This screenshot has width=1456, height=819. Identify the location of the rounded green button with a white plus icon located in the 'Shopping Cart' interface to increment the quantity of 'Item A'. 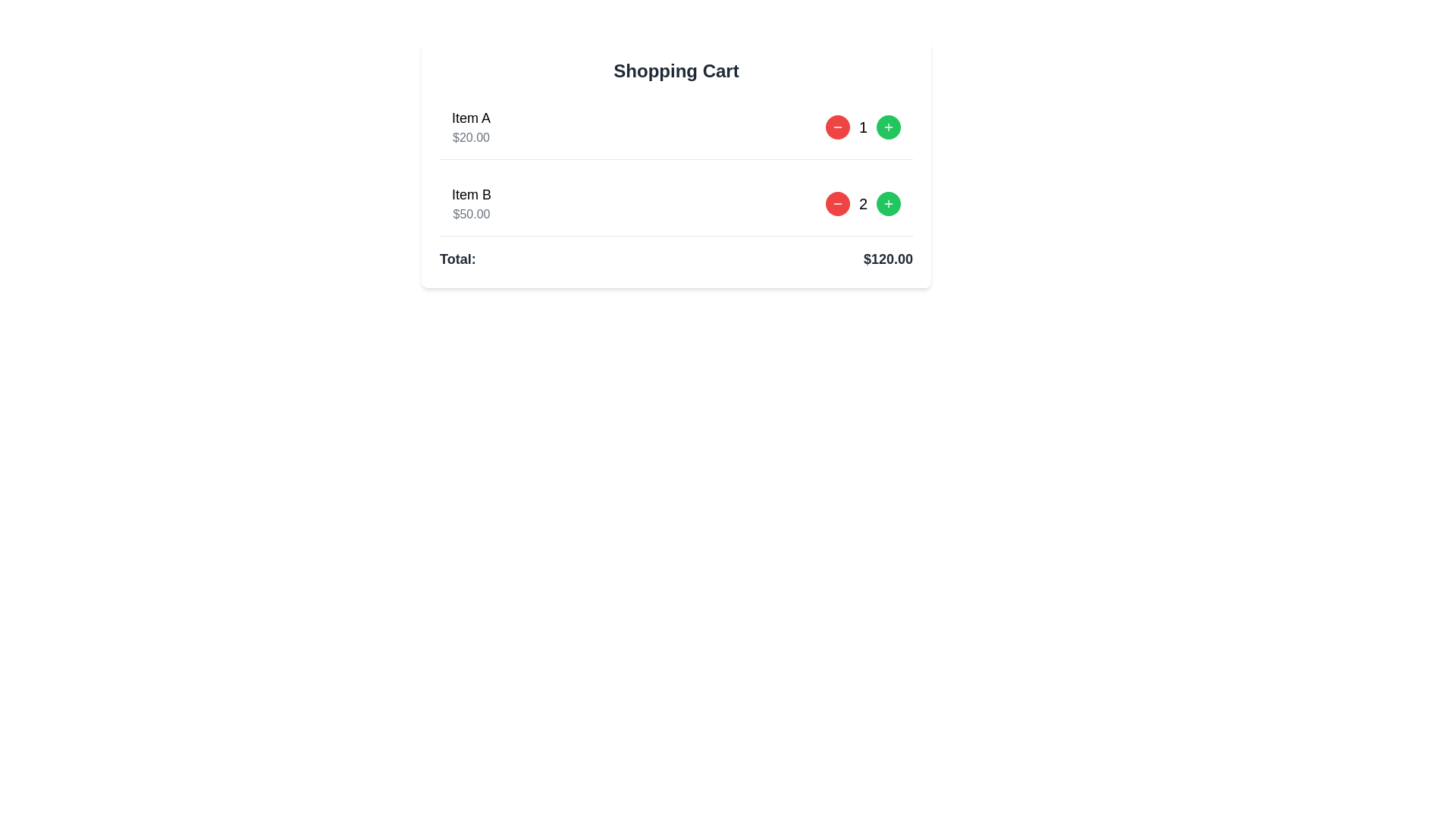
(888, 127).